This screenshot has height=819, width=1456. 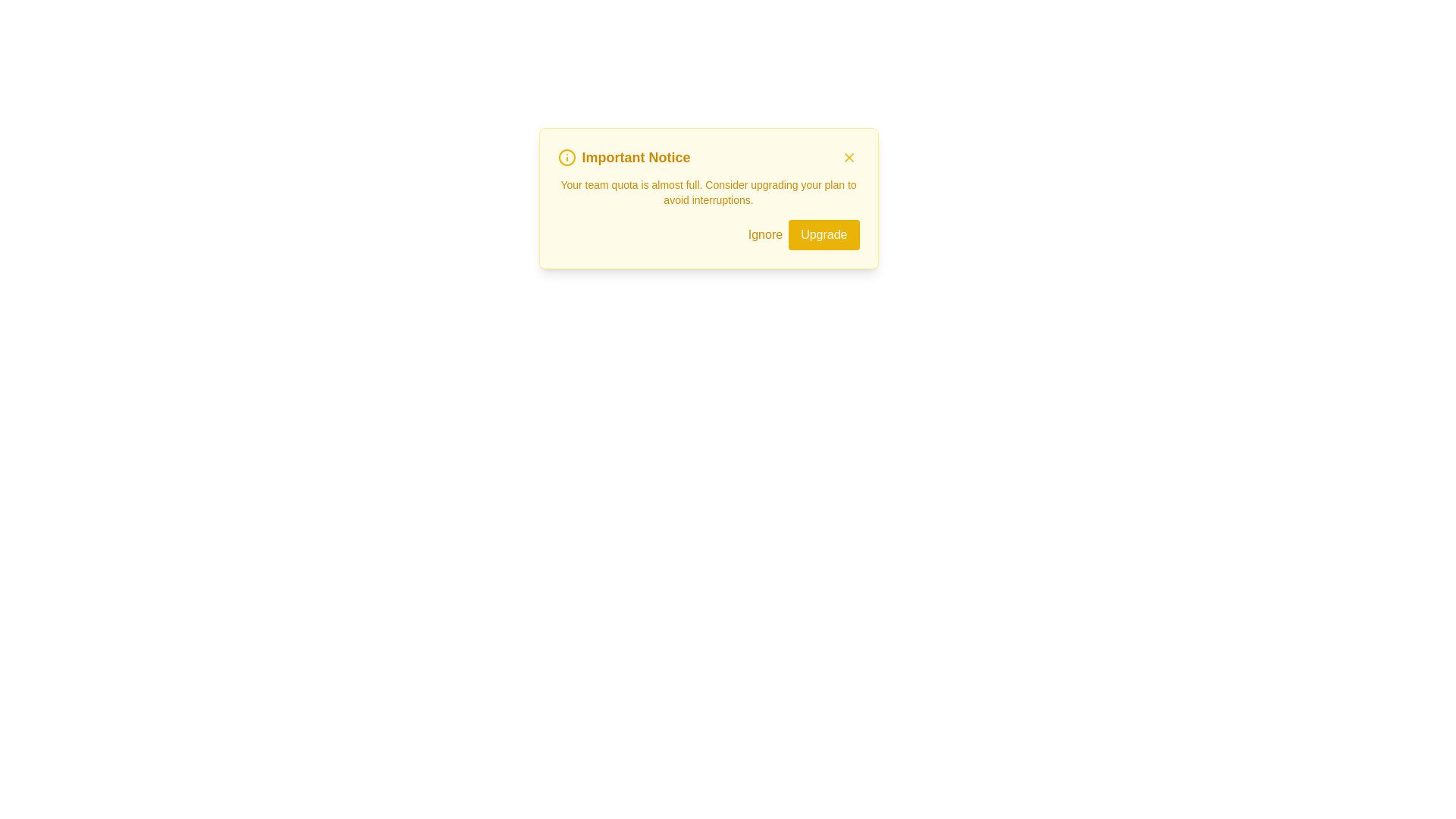 I want to click on circular information graphic icon with a yellow outline located to the left of the 'Important Notice' title in the notification window, so click(x=566, y=158).